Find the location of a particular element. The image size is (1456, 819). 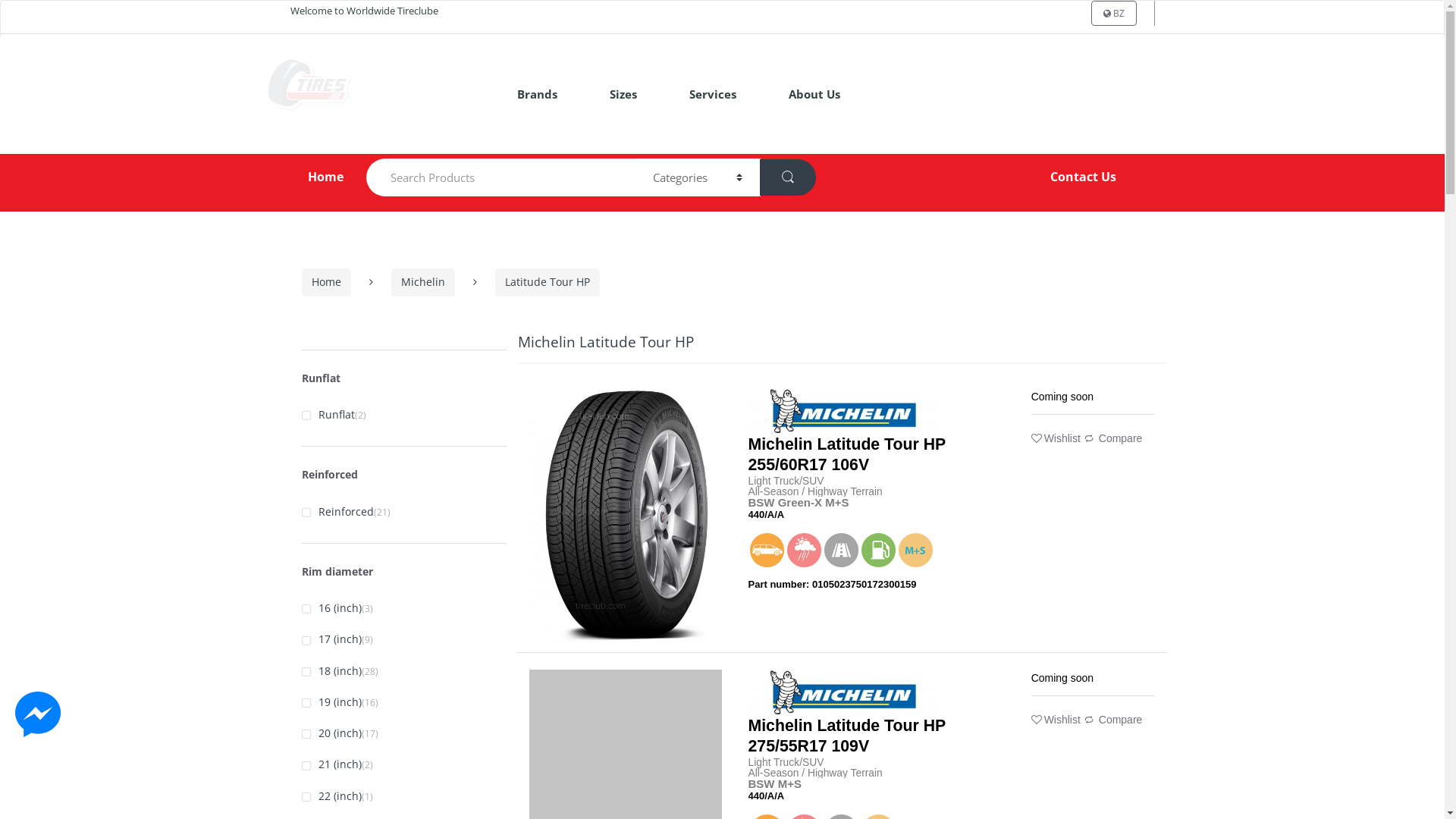

'Michelin Latitude Tour HP tires' is located at coordinates (626, 516).